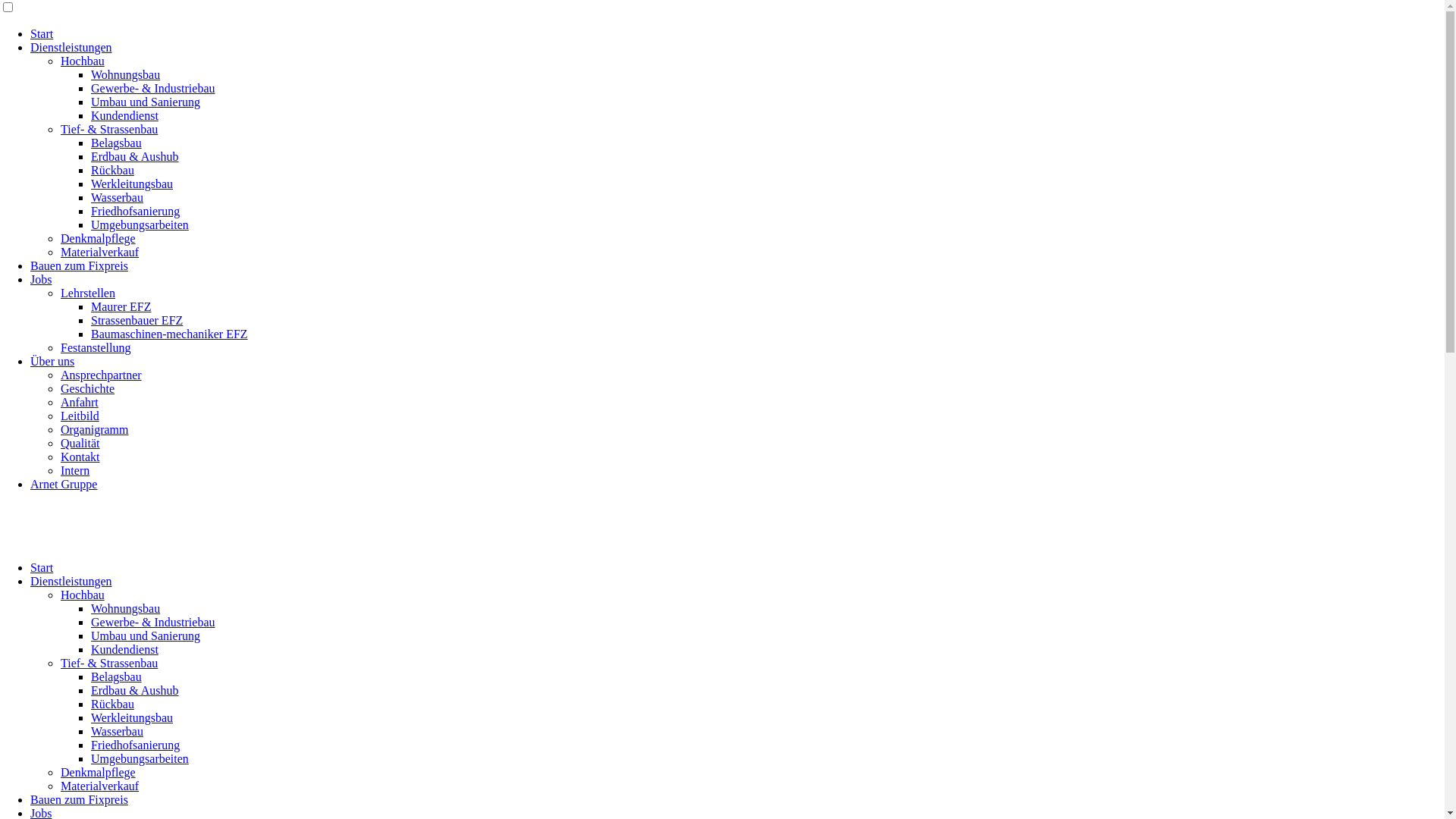  I want to click on 'Start', so click(41, 567).